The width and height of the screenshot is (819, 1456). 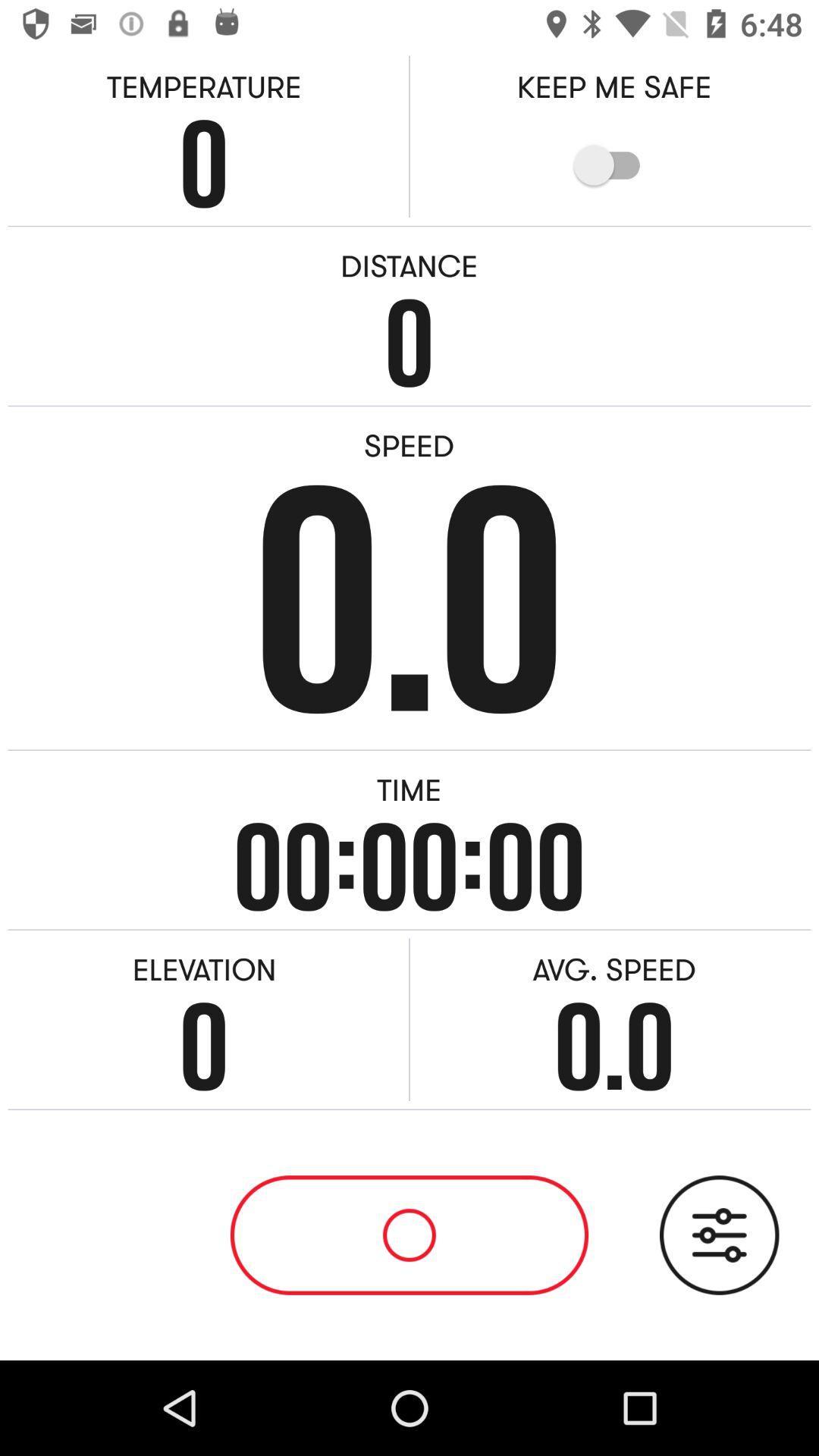 I want to click on settings, so click(x=718, y=1235).